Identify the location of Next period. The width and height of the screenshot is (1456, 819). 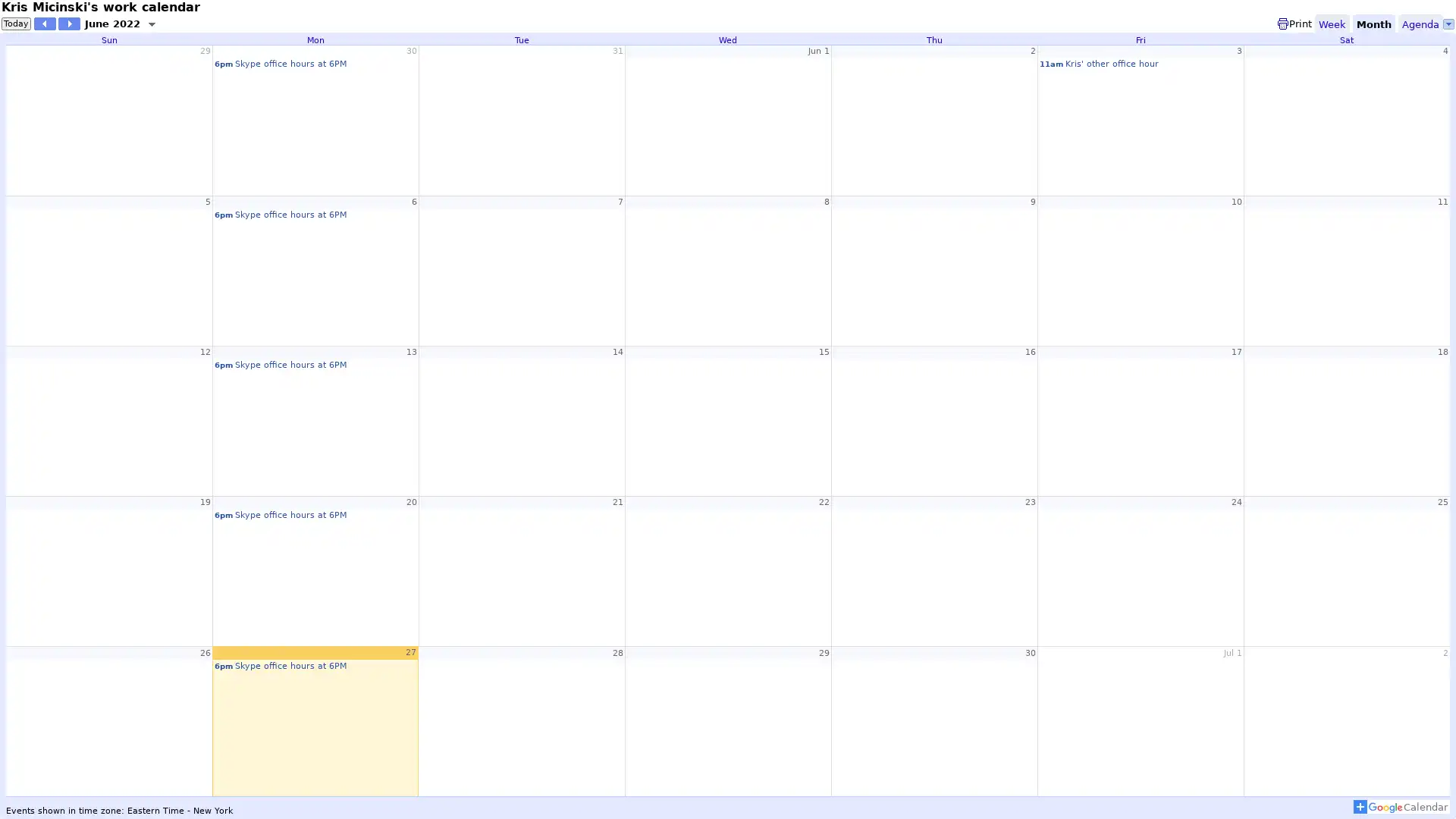
(68, 23).